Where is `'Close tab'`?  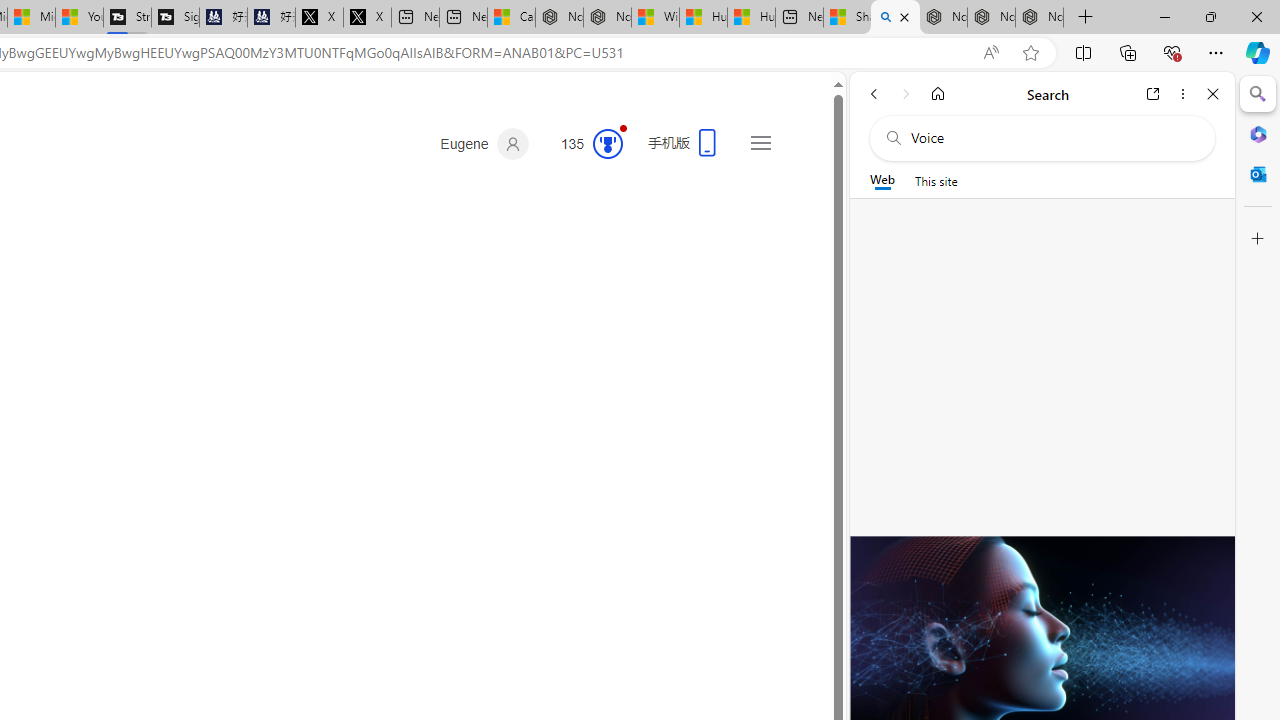
'Close tab' is located at coordinates (903, 17).